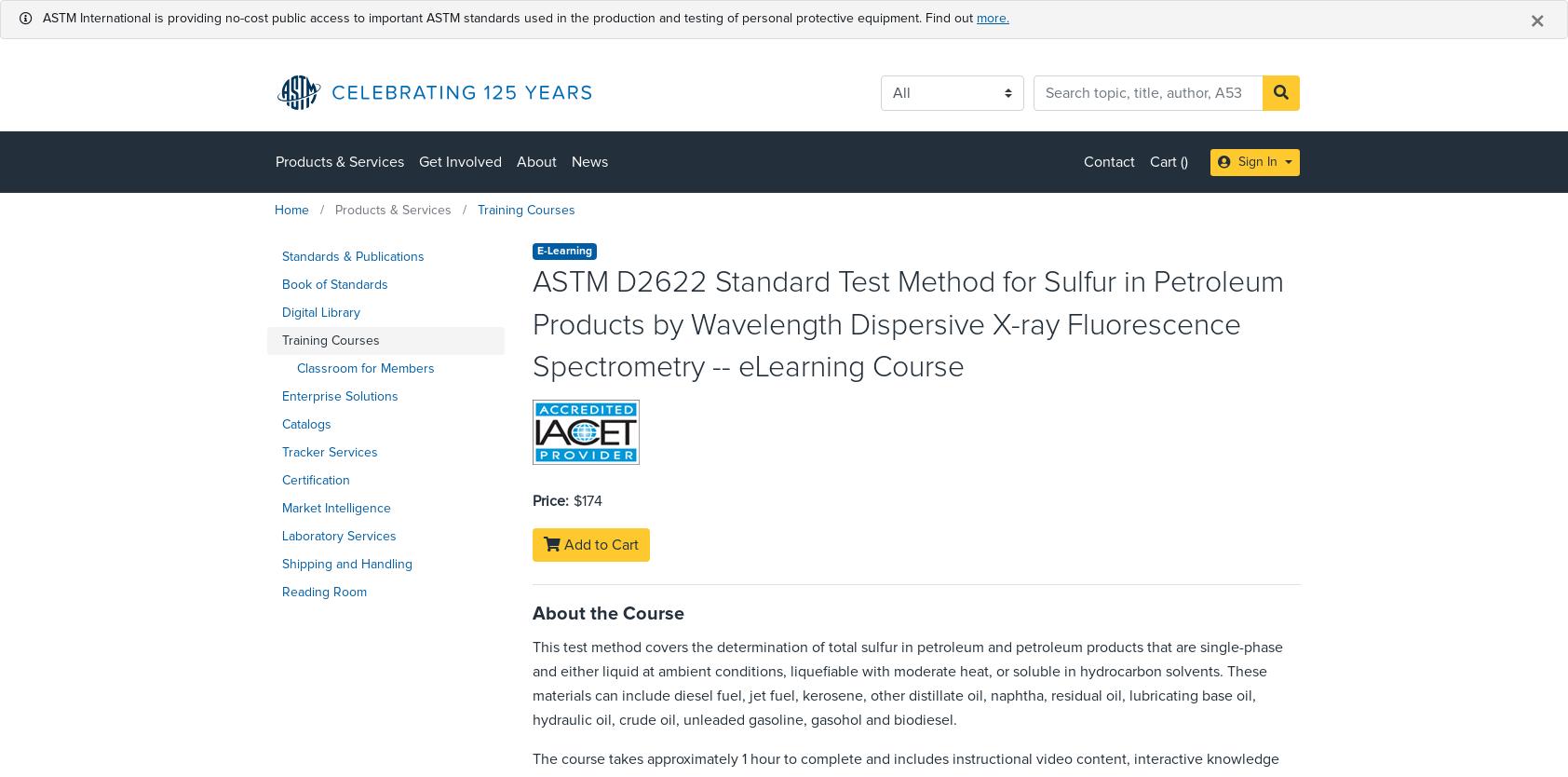 This screenshot has height=777, width=1568. Describe the element at coordinates (993, 19) in the screenshot. I see `'more.'` at that location.